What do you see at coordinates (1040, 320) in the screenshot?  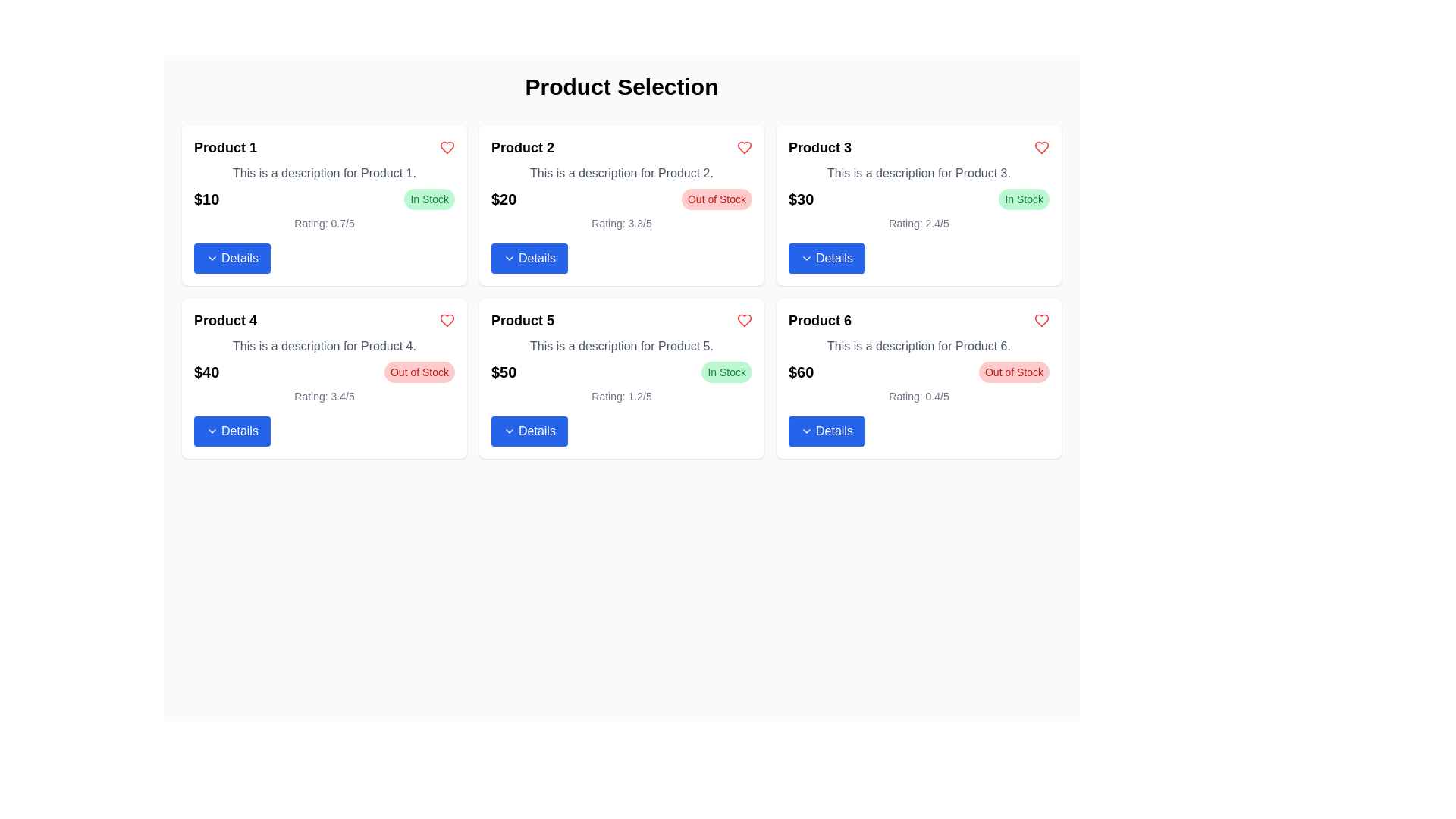 I see `the heart-shaped icon in the upper-right corner of the 'Product 6' card` at bounding box center [1040, 320].